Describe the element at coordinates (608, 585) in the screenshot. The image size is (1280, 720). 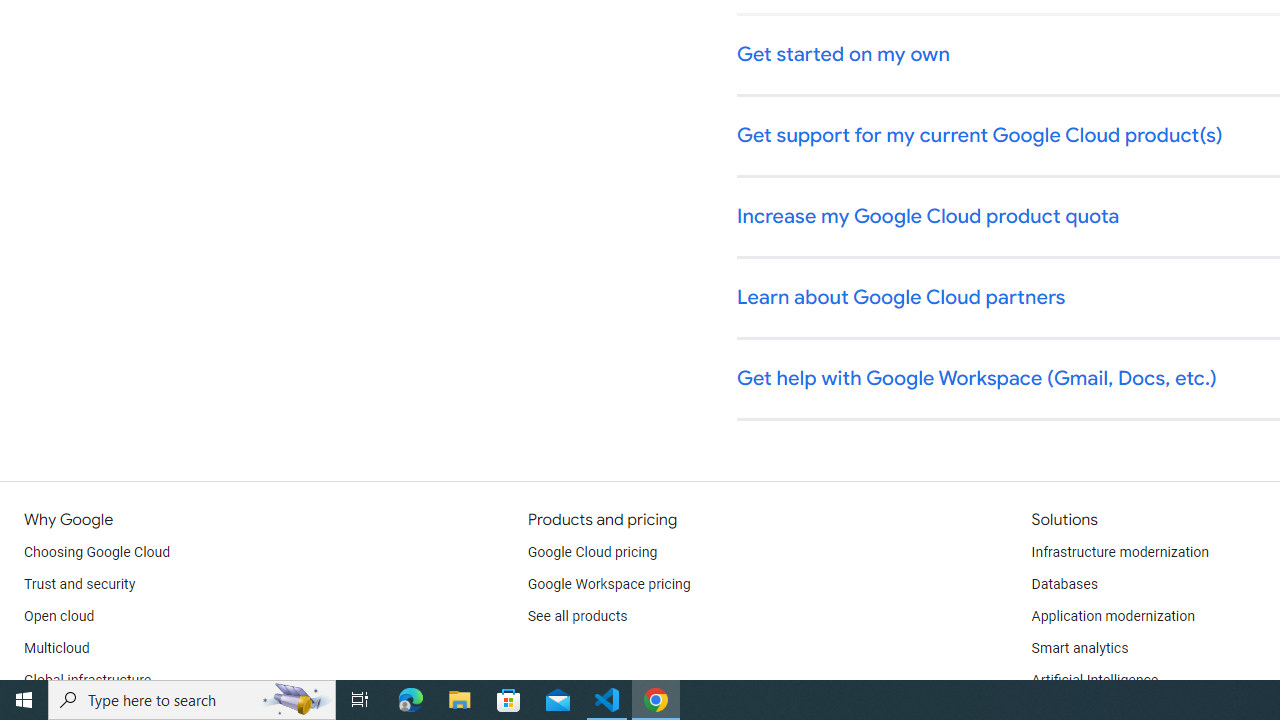
I see `'Google Workspace pricing'` at that location.